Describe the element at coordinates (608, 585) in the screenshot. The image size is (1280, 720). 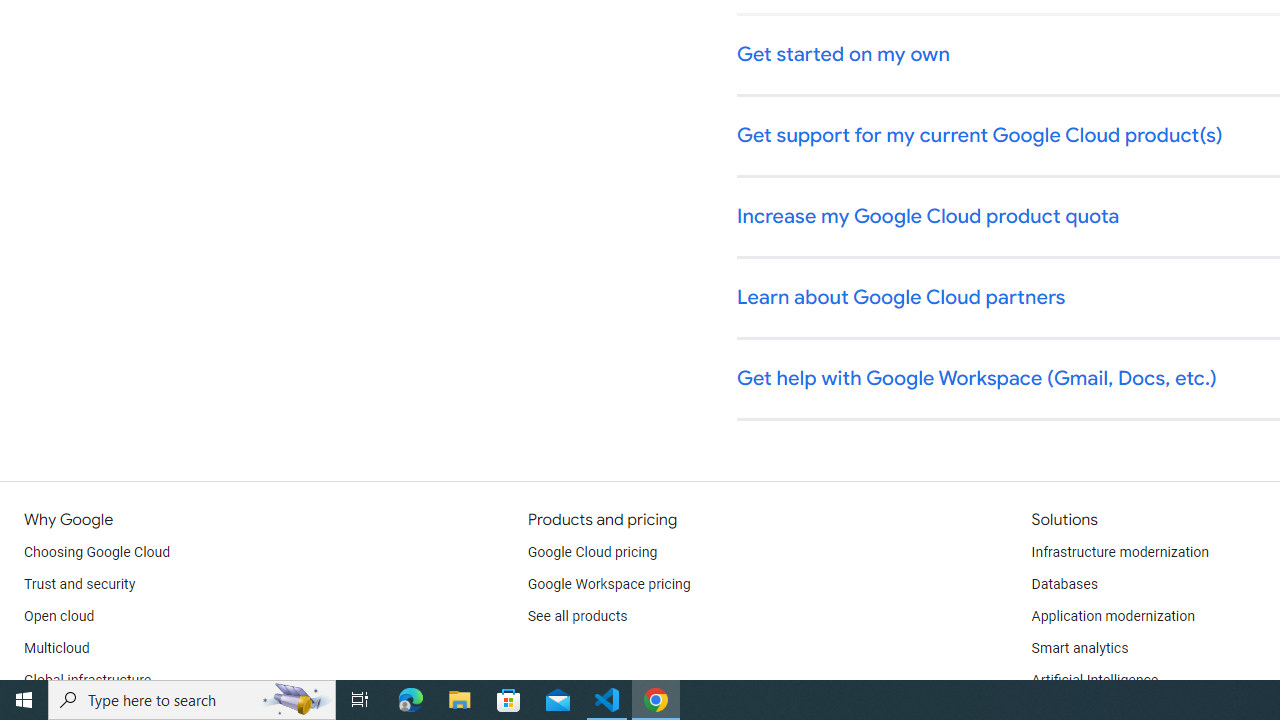
I see `'Google Workspace pricing'` at that location.